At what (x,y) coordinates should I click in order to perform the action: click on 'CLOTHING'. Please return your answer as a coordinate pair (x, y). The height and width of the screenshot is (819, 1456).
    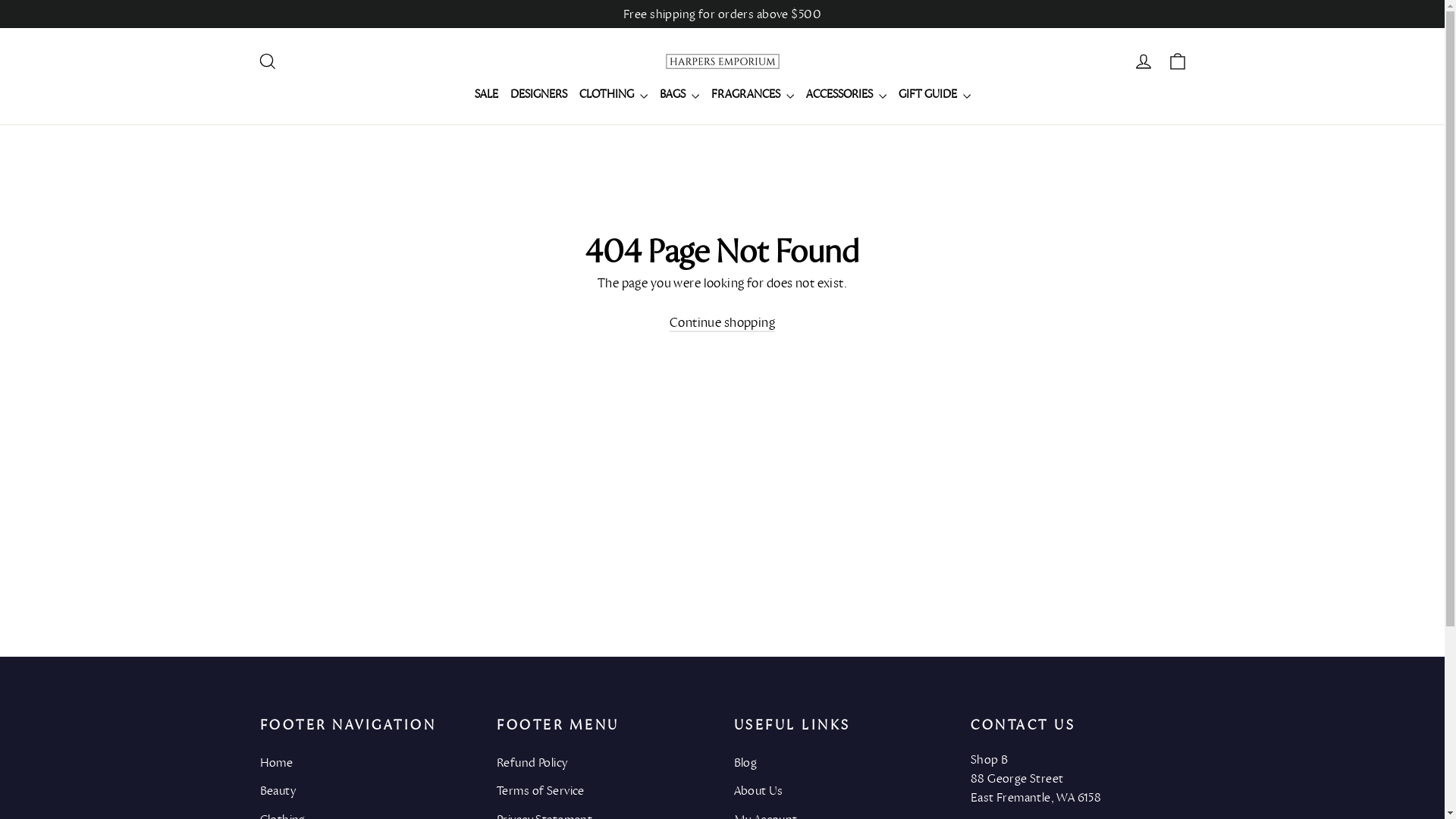
    Looking at the image, I should click on (613, 94).